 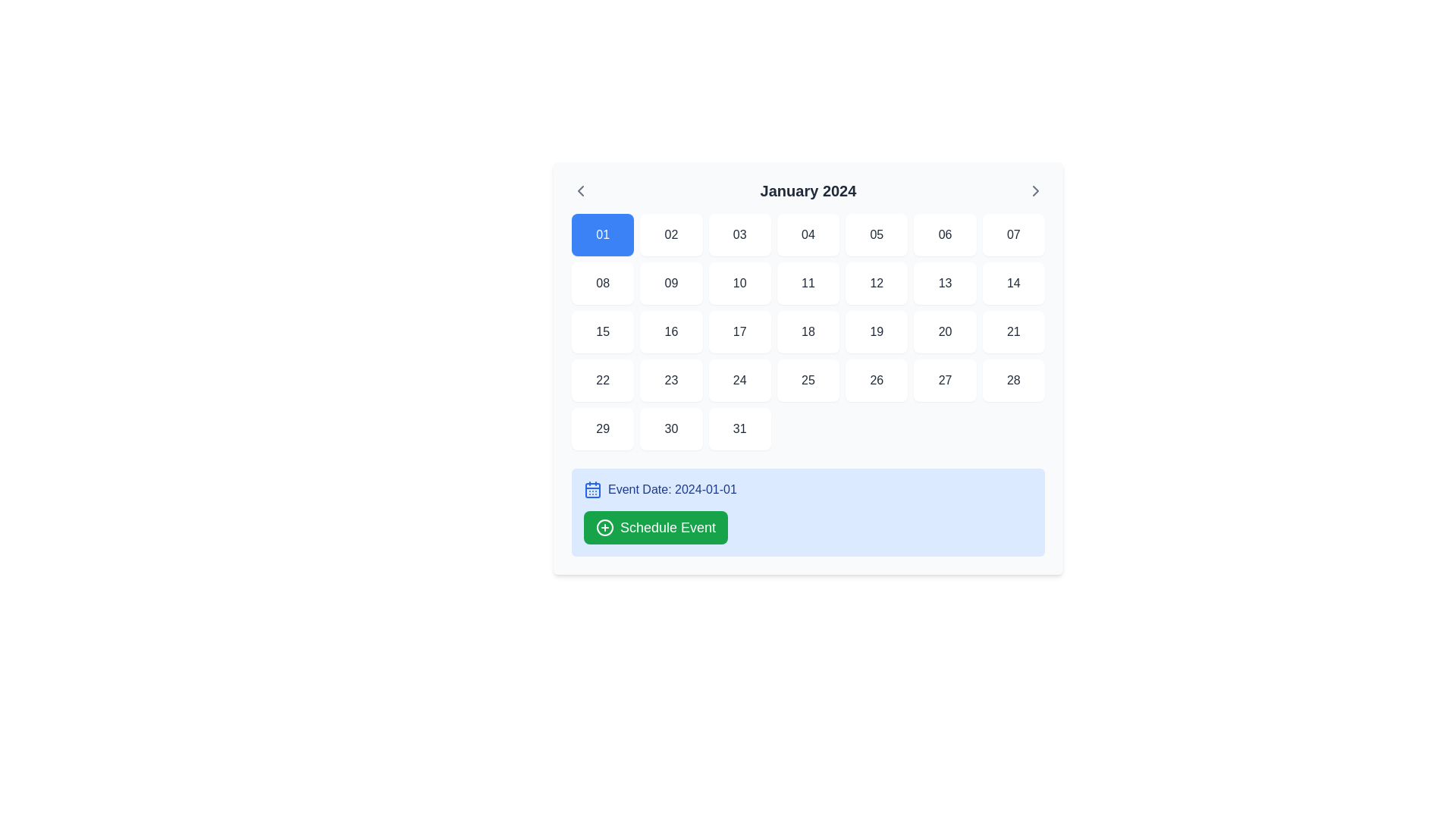 What do you see at coordinates (602, 331) in the screenshot?
I see `the button representing January 15th, 2024` at bounding box center [602, 331].